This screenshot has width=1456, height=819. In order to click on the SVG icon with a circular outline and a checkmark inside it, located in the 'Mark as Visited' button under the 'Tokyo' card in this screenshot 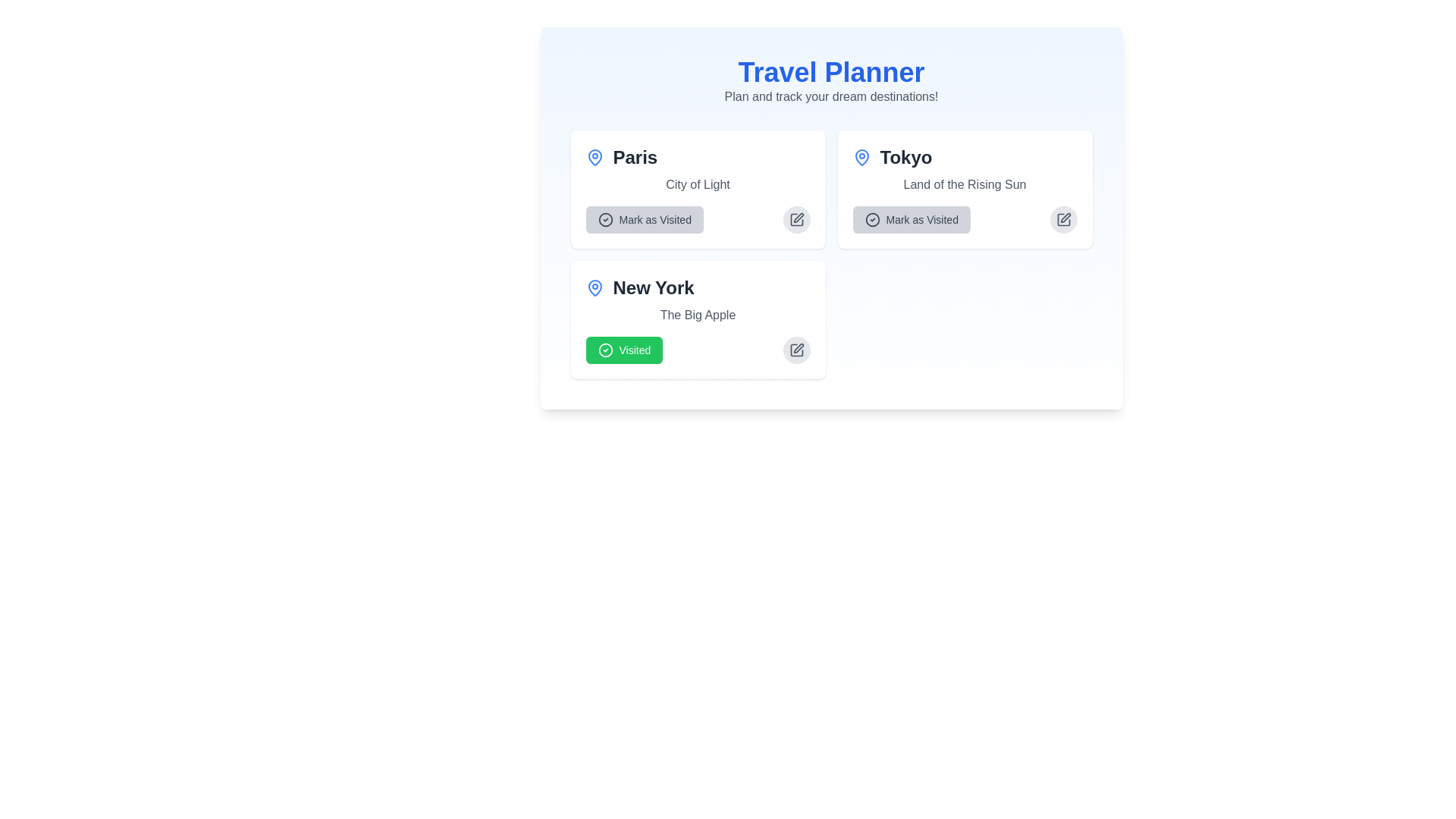, I will do `click(872, 219)`.